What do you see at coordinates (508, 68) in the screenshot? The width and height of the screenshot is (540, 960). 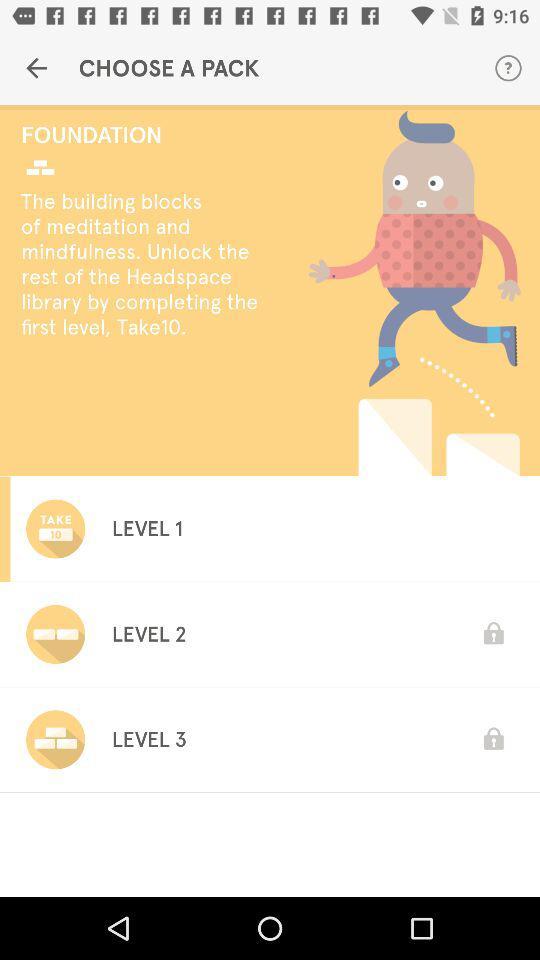 I see `the icon next to the choose a pack` at bounding box center [508, 68].